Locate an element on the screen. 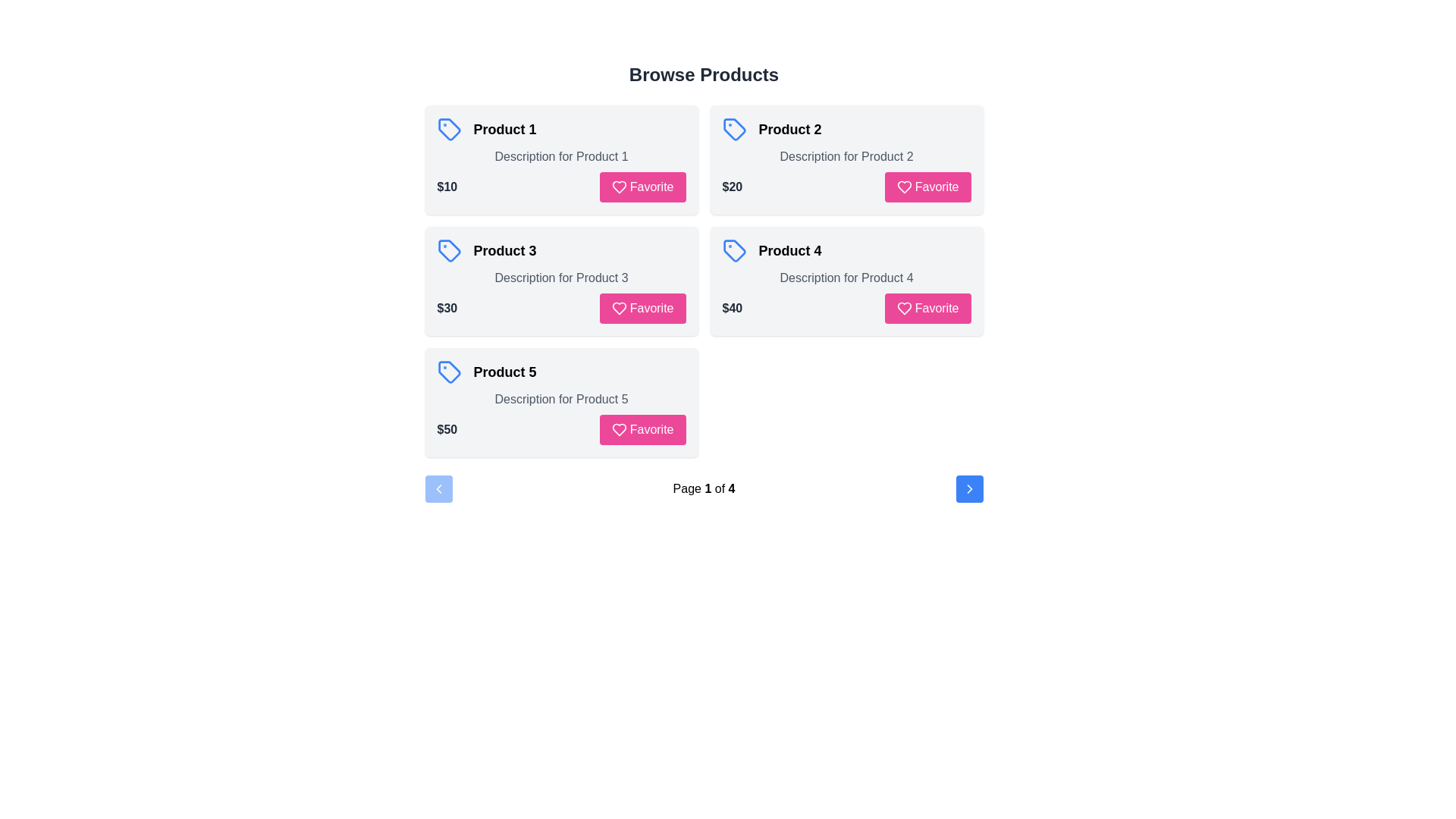  the 'Favorite' button within the 'Product 3' card to provide visual feedback is located at coordinates (560, 308).